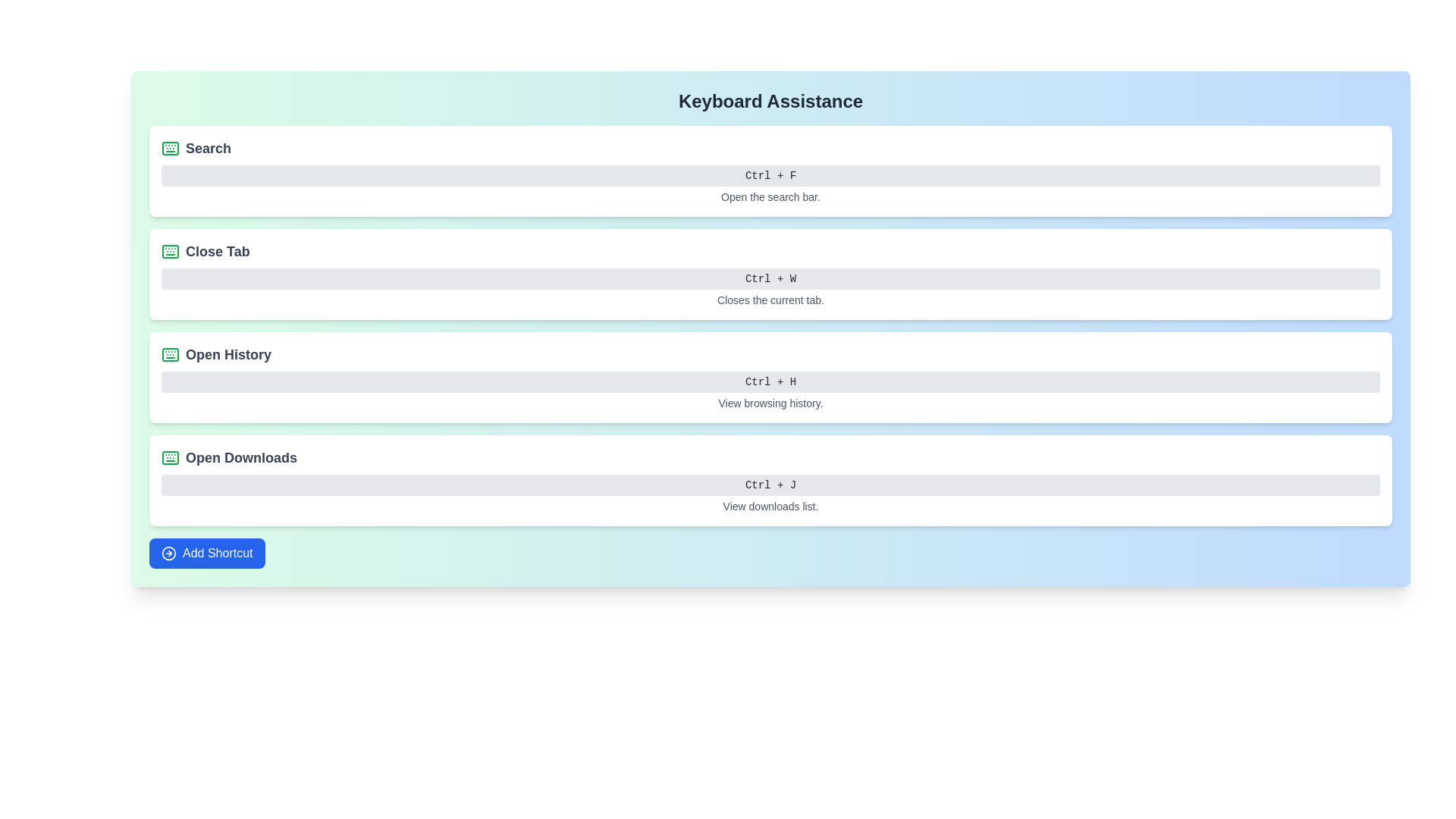  What do you see at coordinates (770, 506) in the screenshot?
I see `the static text element that displays 'View downloads list.' located below the 'Ctrl + J' label in the 'Open Downloads' section` at bounding box center [770, 506].